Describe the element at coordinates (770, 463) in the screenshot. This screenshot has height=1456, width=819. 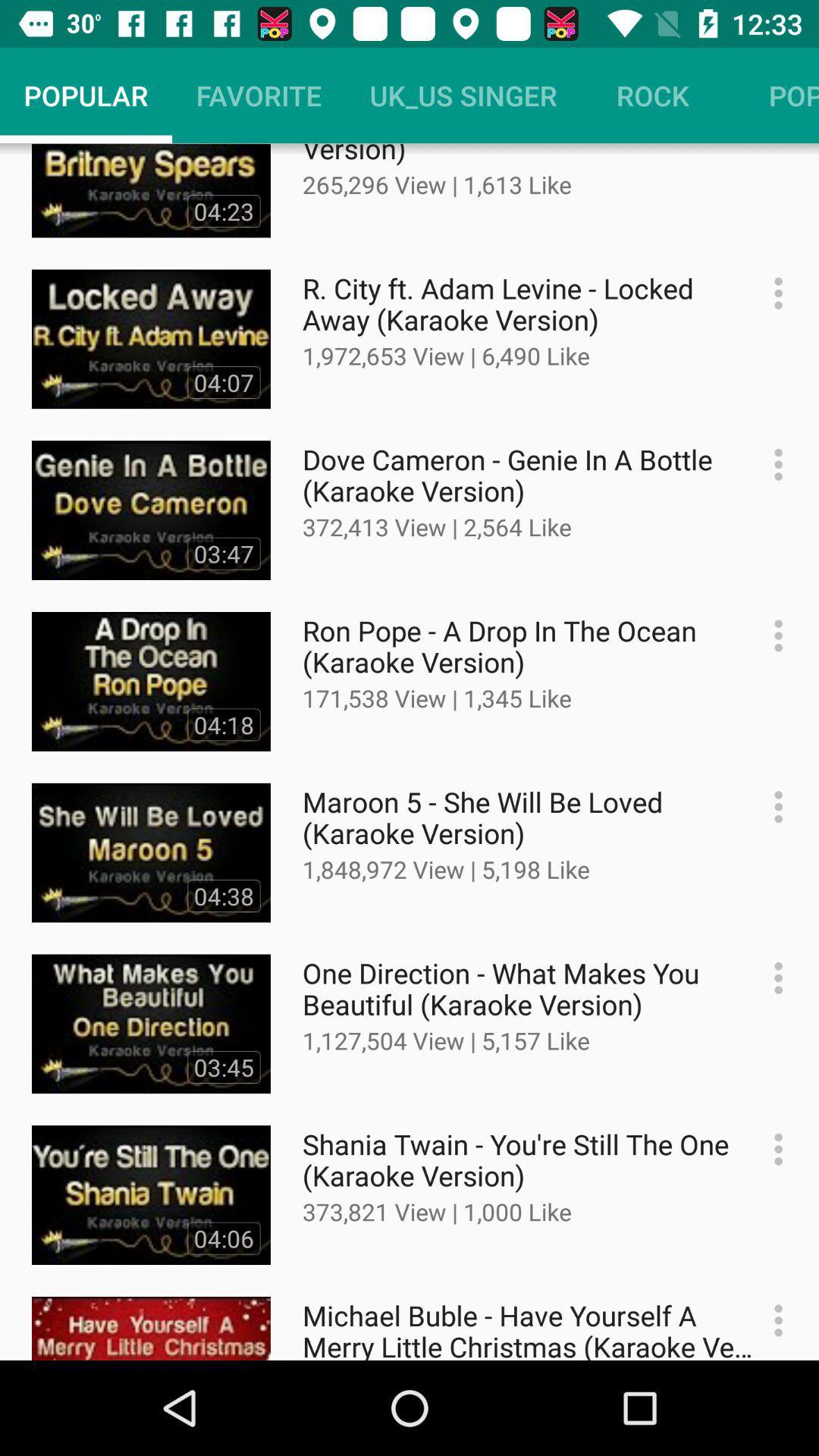
I see `show options` at that location.